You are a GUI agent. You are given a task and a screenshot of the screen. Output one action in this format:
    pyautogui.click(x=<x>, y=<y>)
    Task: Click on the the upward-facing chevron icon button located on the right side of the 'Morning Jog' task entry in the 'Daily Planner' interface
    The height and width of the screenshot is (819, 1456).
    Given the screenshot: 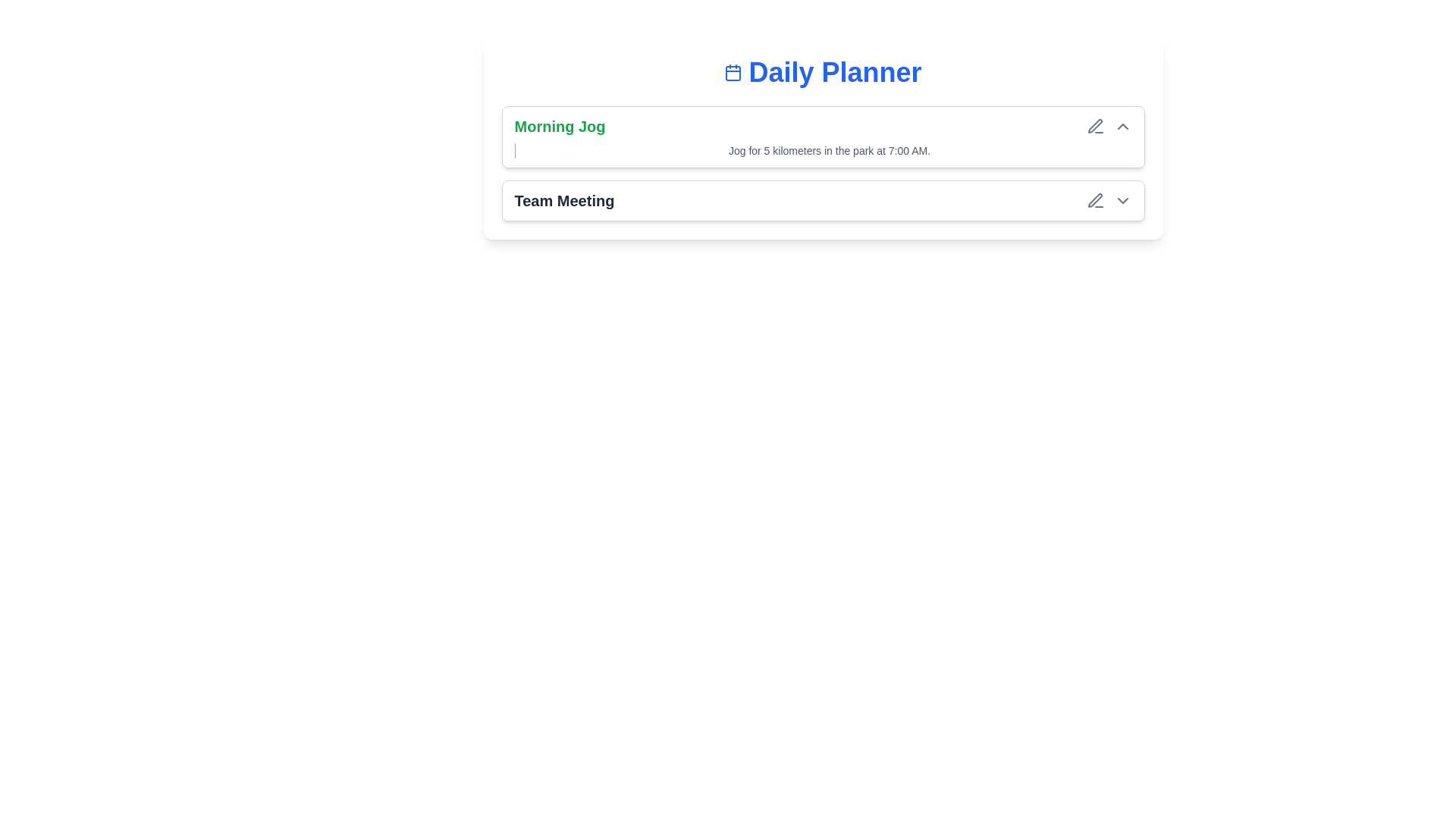 What is the action you would take?
    pyautogui.click(x=1122, y=125)
    